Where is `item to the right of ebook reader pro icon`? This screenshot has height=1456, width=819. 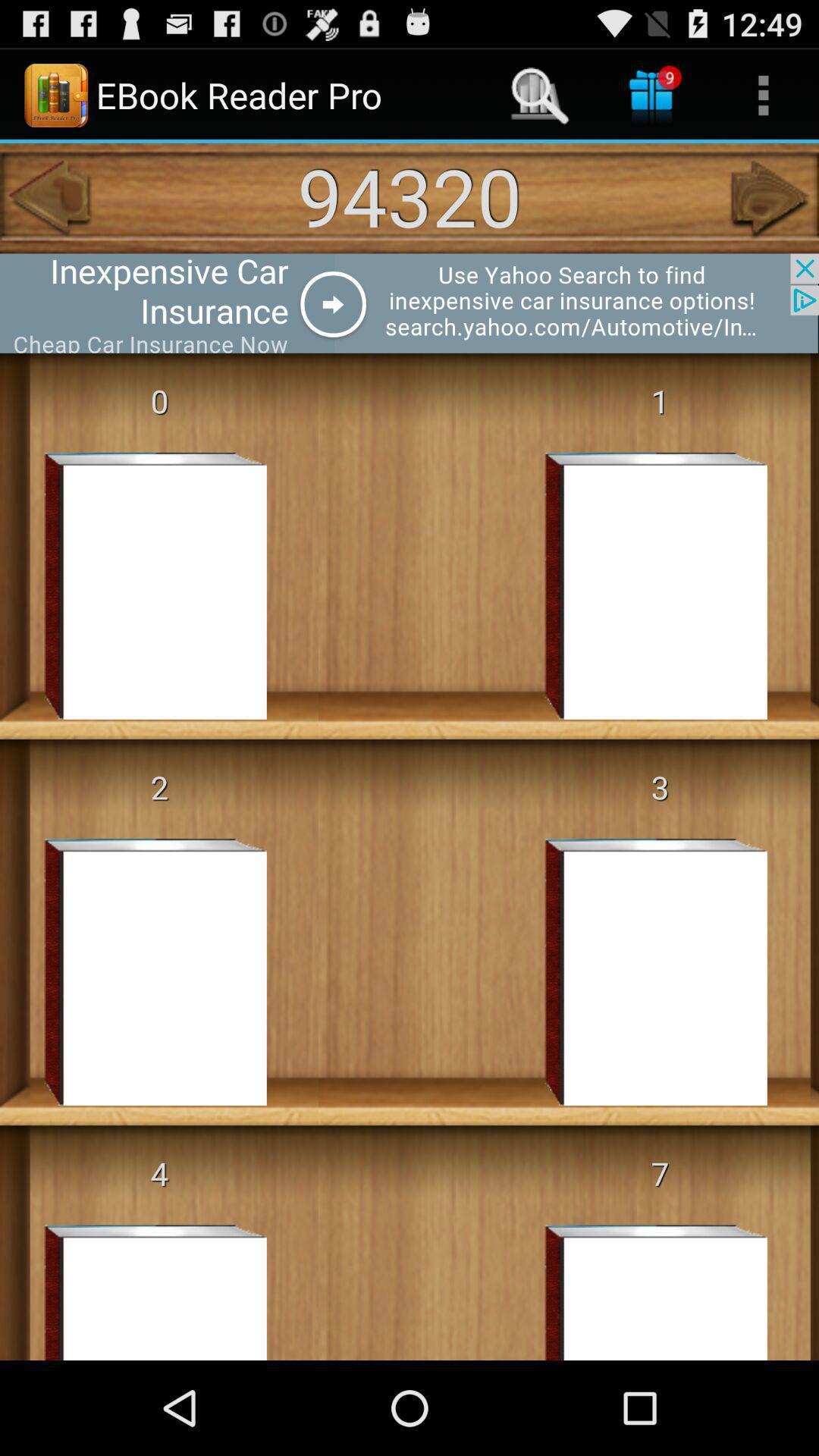 item to the right of ebook reader pro icon is located at coordinates (539, 94).